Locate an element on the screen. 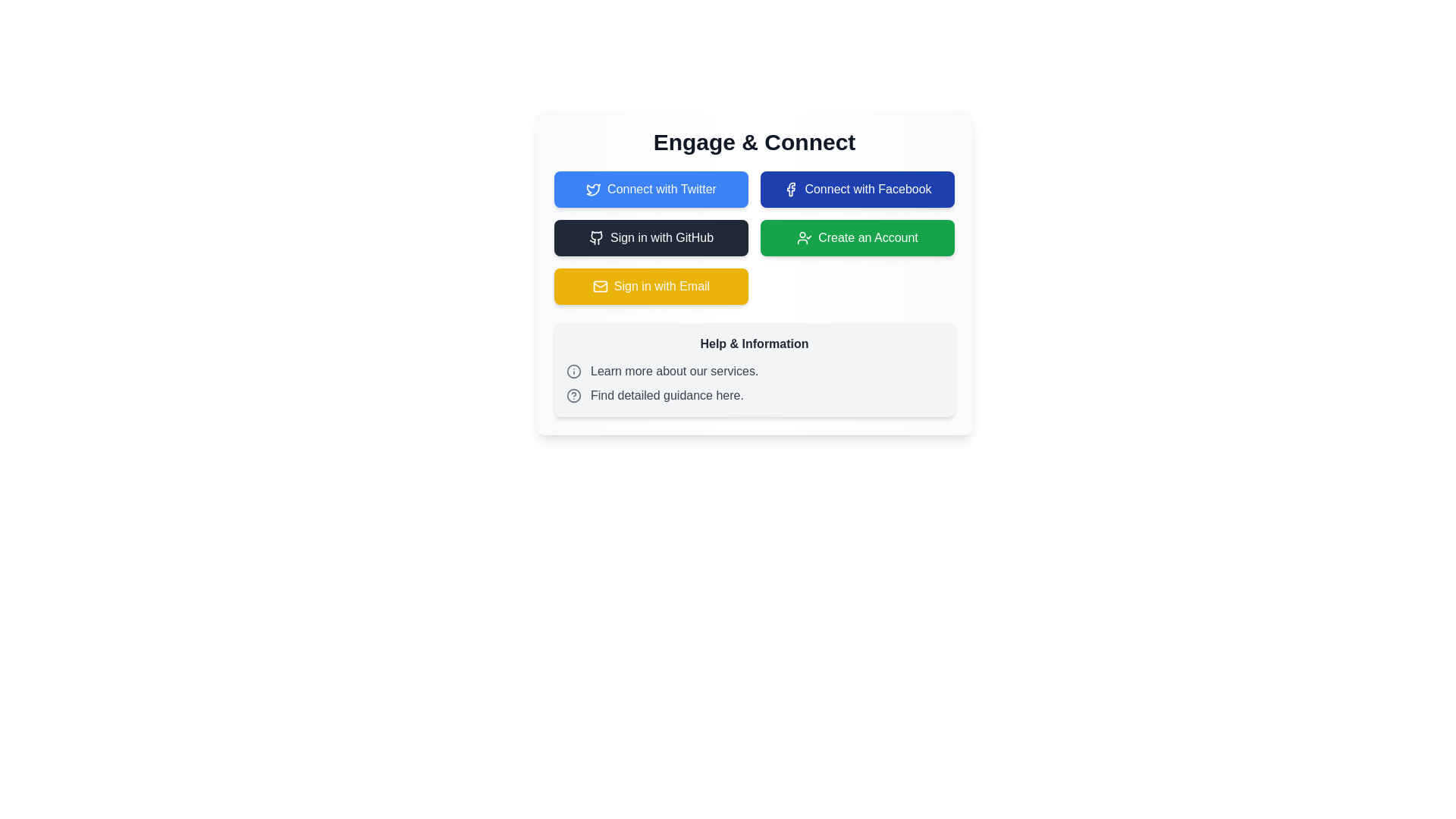 Image resolution: width=1456 pixels, height=819 pixels. the Twitter connection icon, which is located at the leftmost part of the 'Connect with Twitter' button in the 'Engage & Connect' section is located at coordinates (593, 189).